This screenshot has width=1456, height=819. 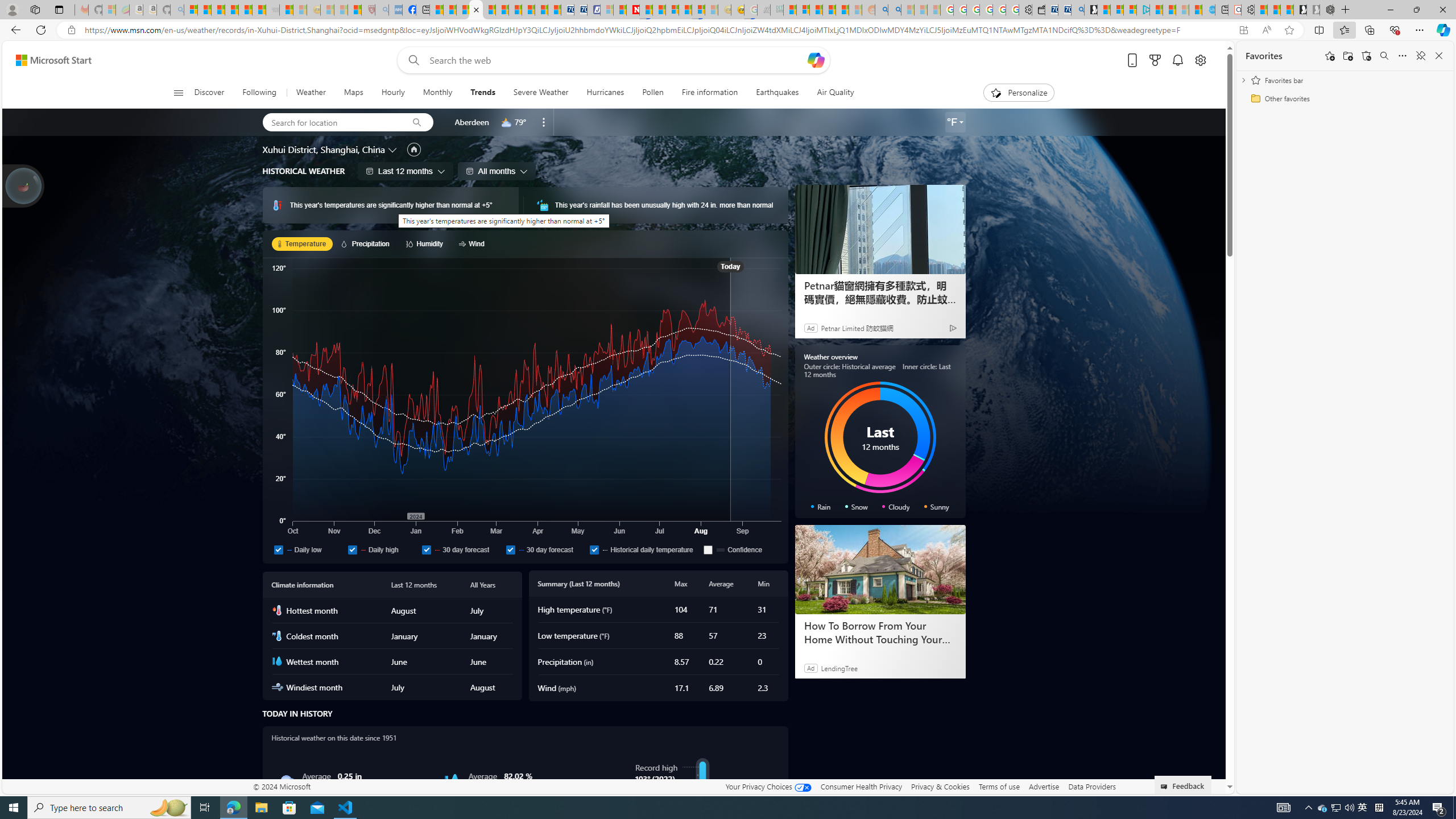 What do you see at coordinates (413, 148) in the screenshot?
I see `'Set as primary location'` at bounding box center [413, 148].